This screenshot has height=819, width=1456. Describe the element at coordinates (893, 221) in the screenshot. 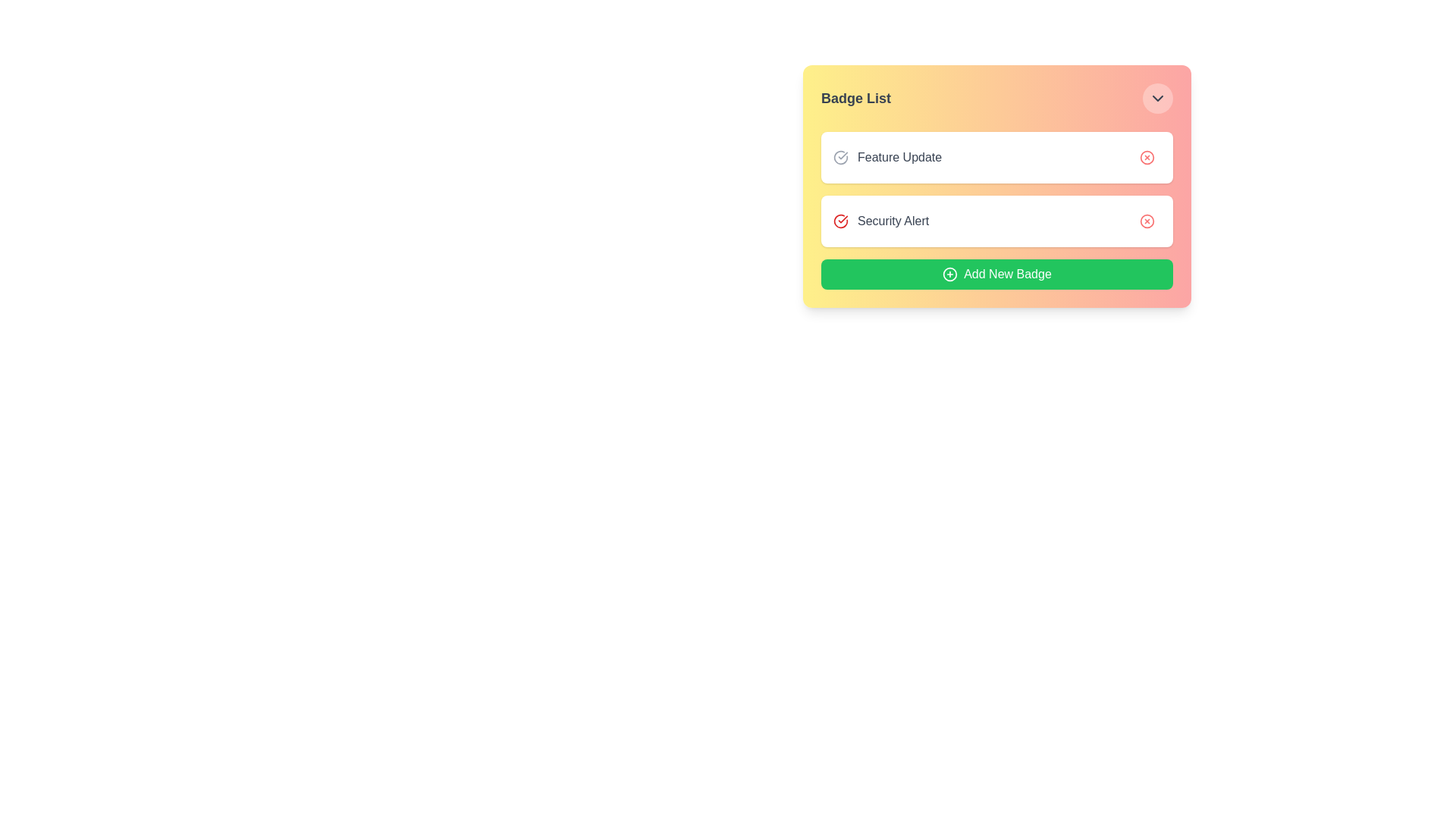

I see `the Text Label displaying 'Security Alert' located in the second row of the 'Badge List'` at that location.